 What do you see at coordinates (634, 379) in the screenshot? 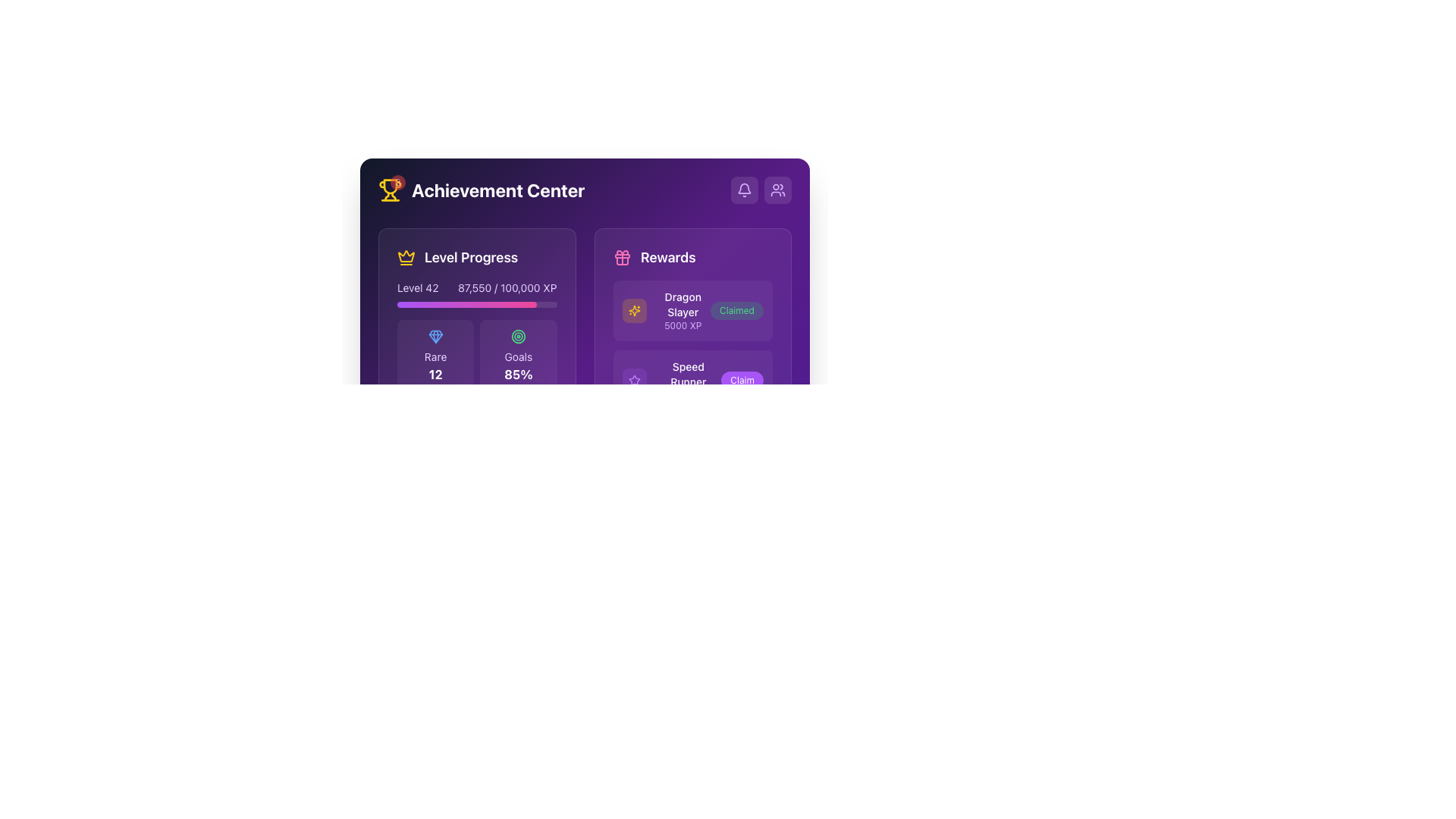
I see `the 'Speed Runner' achievement icon badge located on the left side of the text 'Speed Runner' and '3000 XP'` at bounding box center [634, 379].